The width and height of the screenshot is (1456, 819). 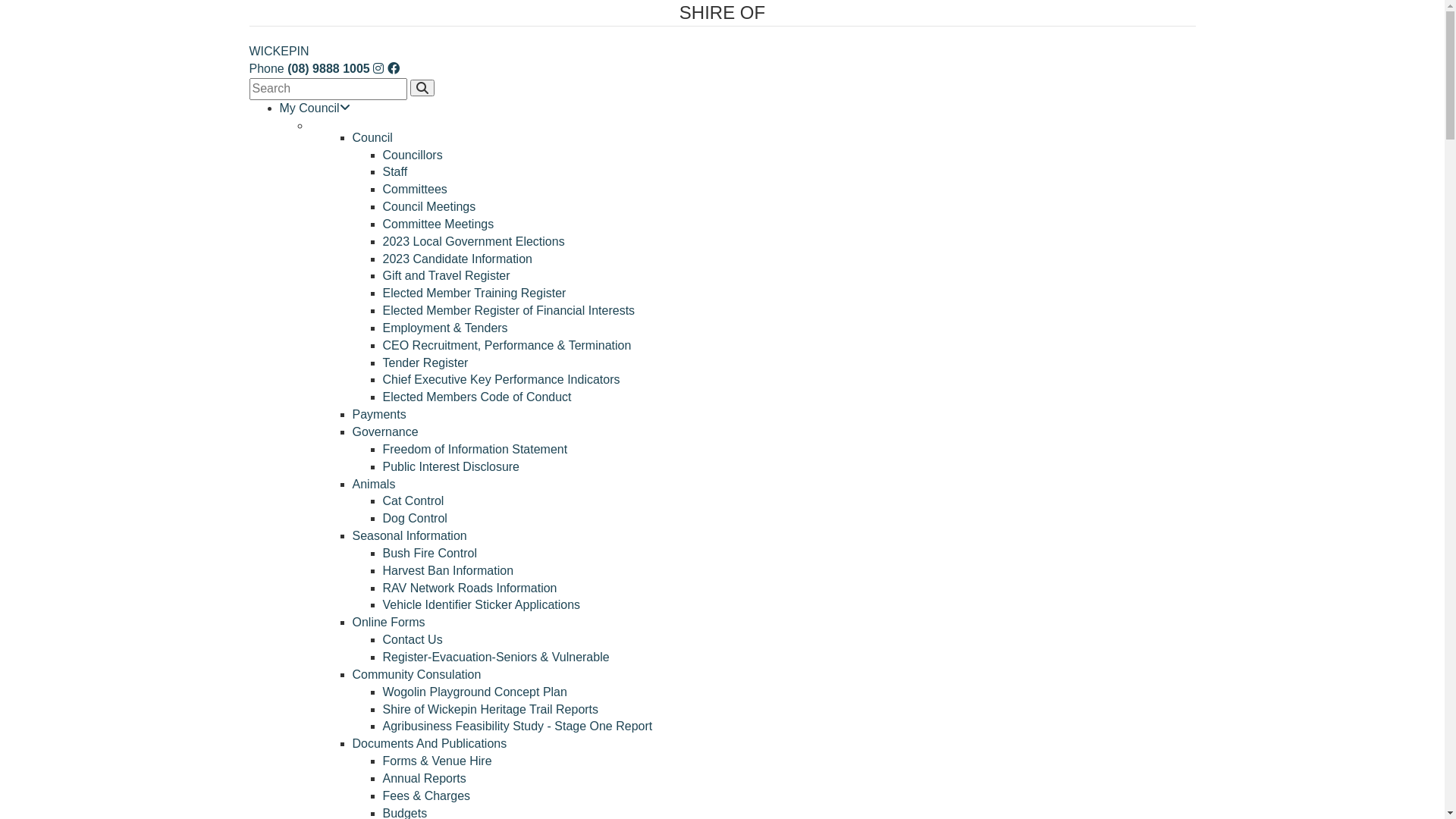 What do you see at coordinates (382, 708) in the screenshot?
I see `'Shire of Wickepin Heritage Trail Reports'` at bounding box center [382, 708].